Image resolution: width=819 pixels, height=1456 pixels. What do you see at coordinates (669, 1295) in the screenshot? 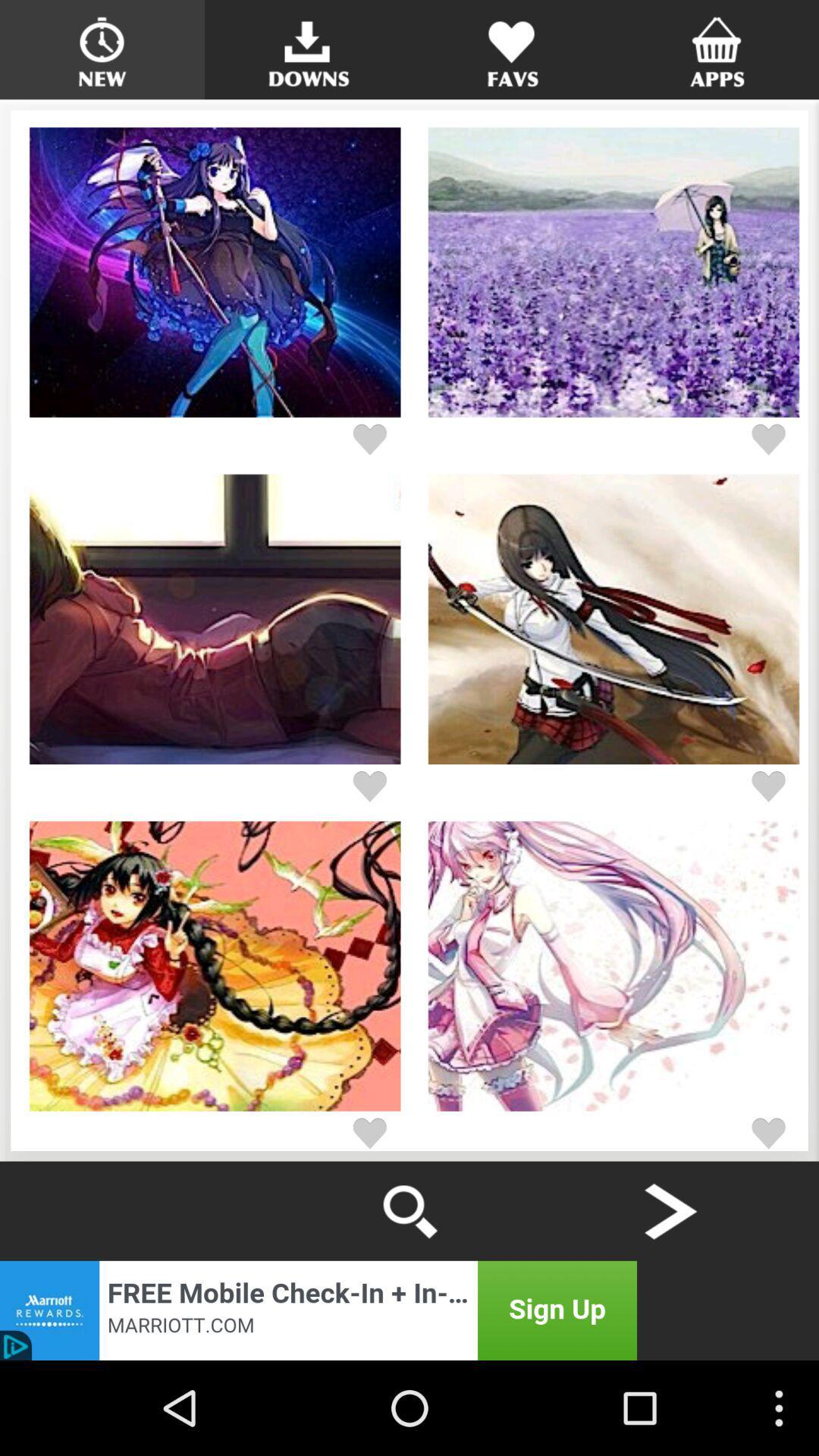
I see `the arrow_forward icon` at bounding box center [669, 1295].